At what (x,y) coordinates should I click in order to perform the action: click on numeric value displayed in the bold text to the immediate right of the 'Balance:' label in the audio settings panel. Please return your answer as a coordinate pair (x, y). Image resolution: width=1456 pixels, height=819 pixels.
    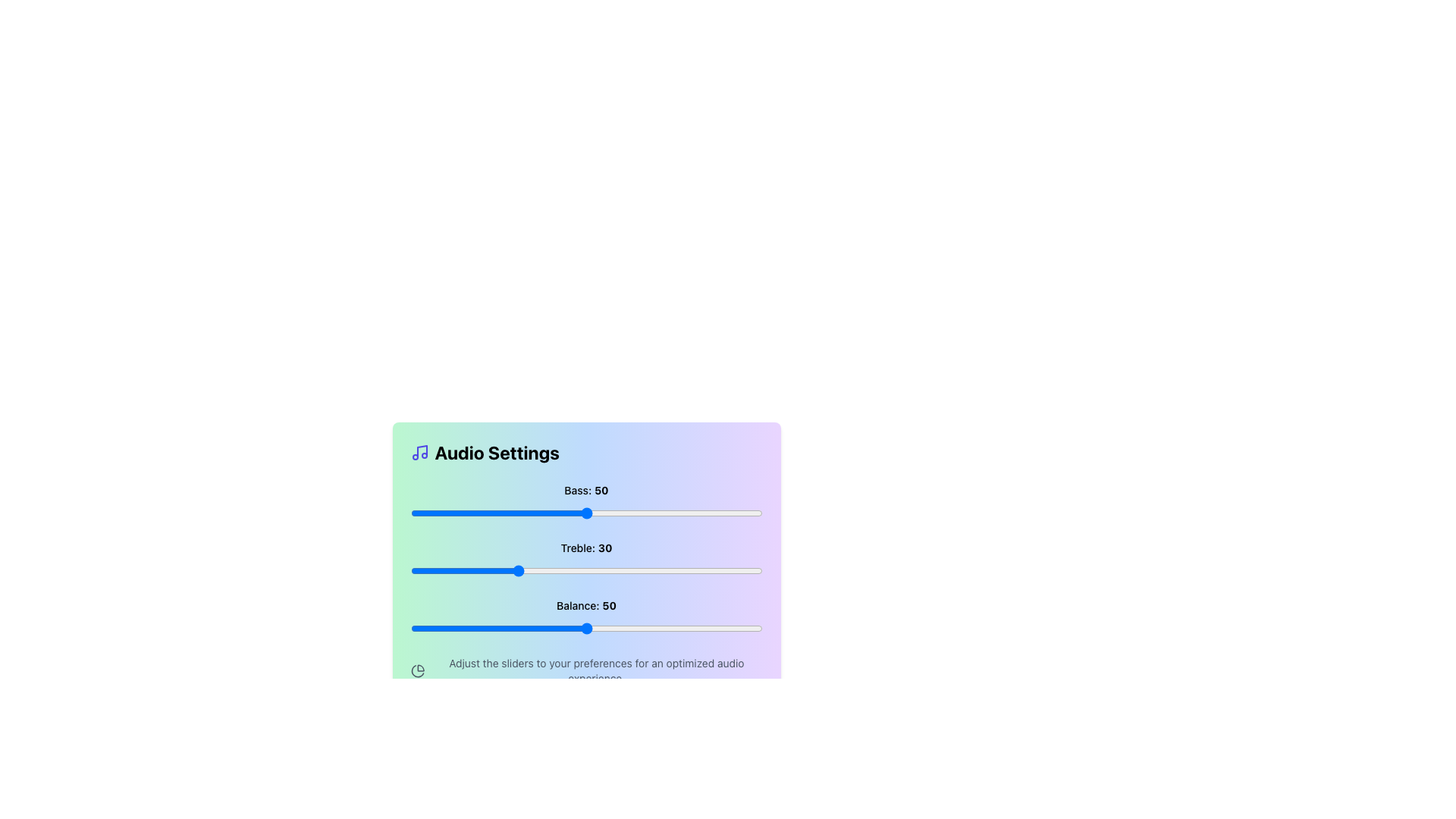
    Looking at the image, I should click on (609, 604).